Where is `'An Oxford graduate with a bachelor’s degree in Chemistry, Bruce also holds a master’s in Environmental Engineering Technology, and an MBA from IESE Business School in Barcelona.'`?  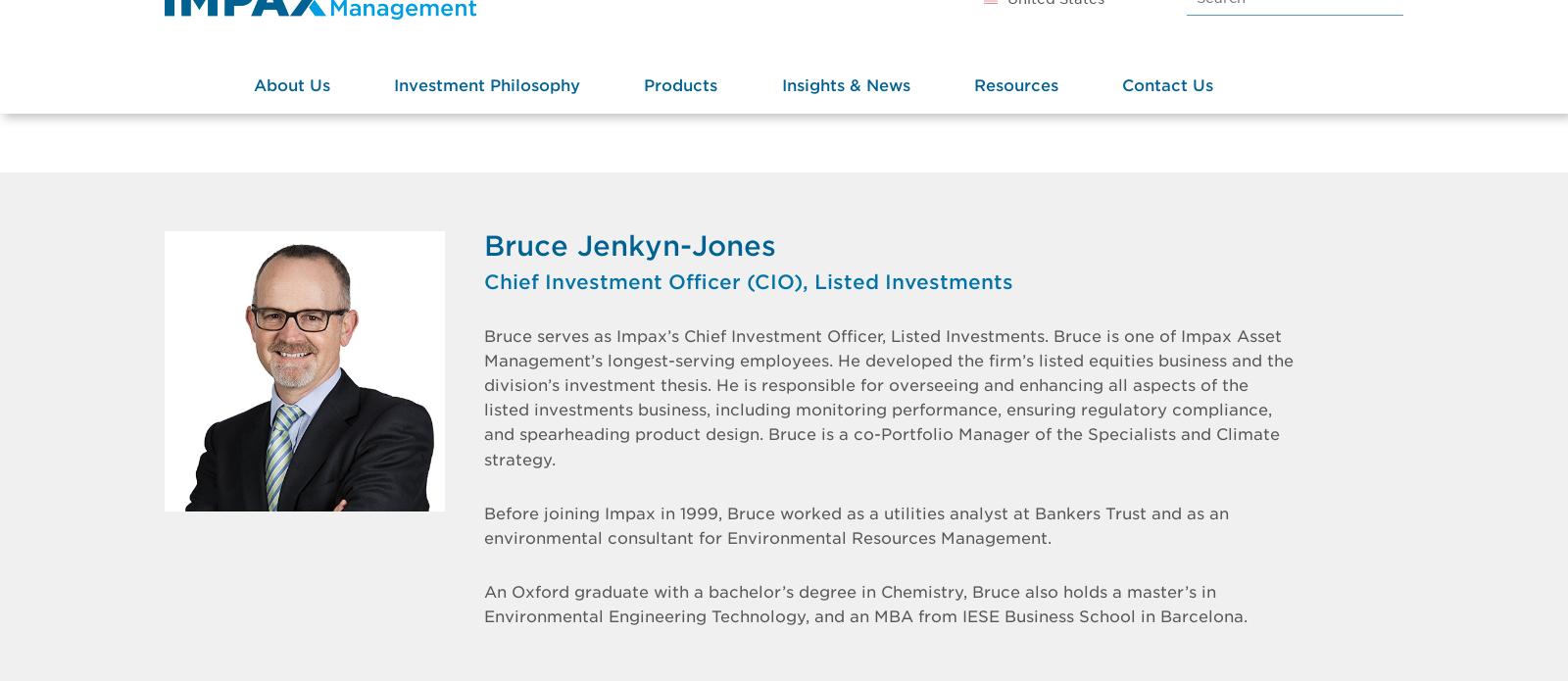 'An Oxford graduate with a bachelor’s degree in Chemistry, Bruce also holds a master’s in Environmental Engineering Technology, and an MBA from IESE Business School in Barcelona.' is located at coordinates (483, 602).